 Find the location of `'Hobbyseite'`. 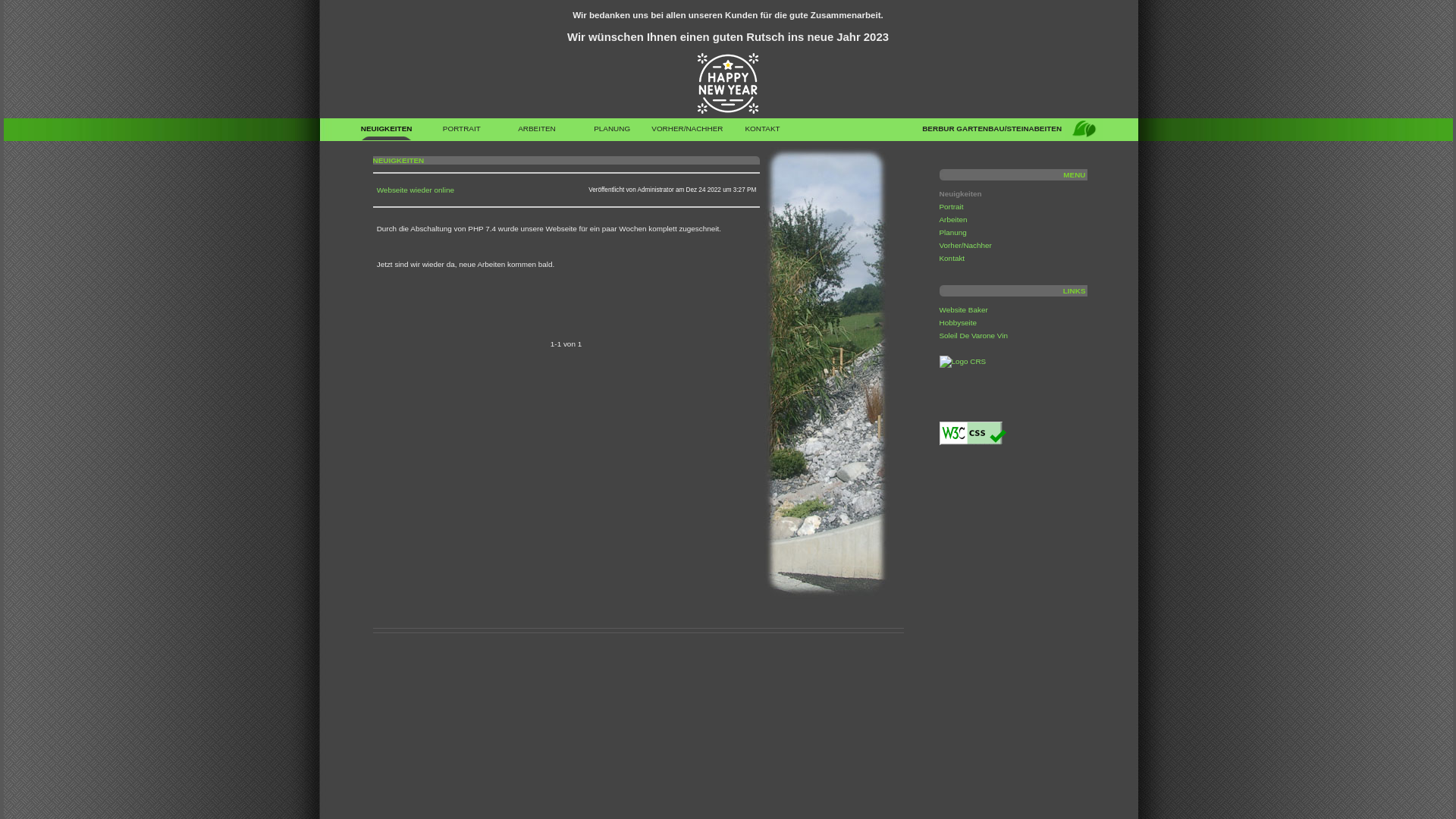

'Hobbyseite' is located at coordinates (956, 322).